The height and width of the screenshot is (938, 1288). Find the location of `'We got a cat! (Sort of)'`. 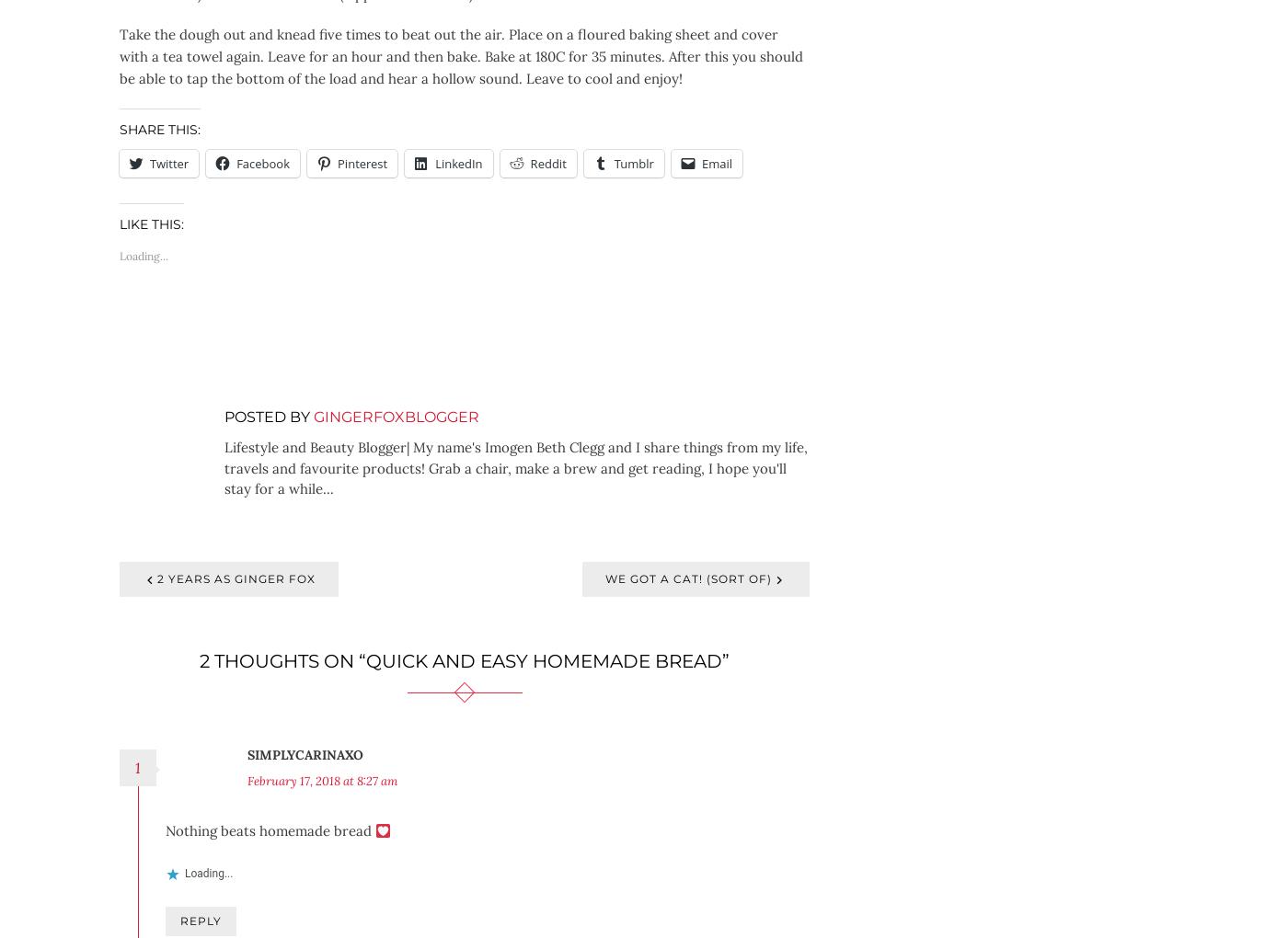

'We got a cat! (Sort of)' is located at coordinates (688, 578).